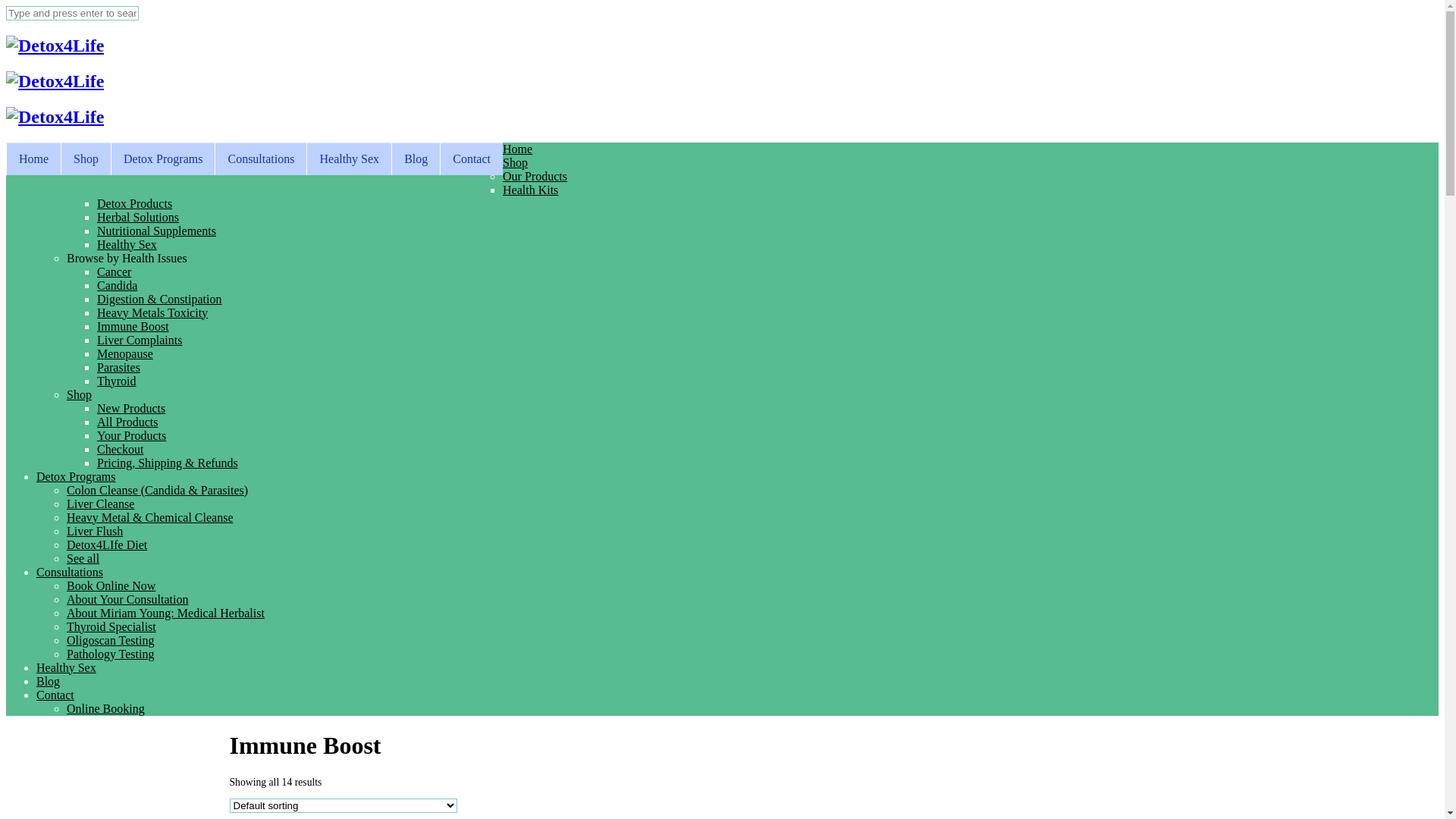 The width and height of the screenshot is (1456, 819). I want to click on 'Nutritional Supplements', so click(156, 231).